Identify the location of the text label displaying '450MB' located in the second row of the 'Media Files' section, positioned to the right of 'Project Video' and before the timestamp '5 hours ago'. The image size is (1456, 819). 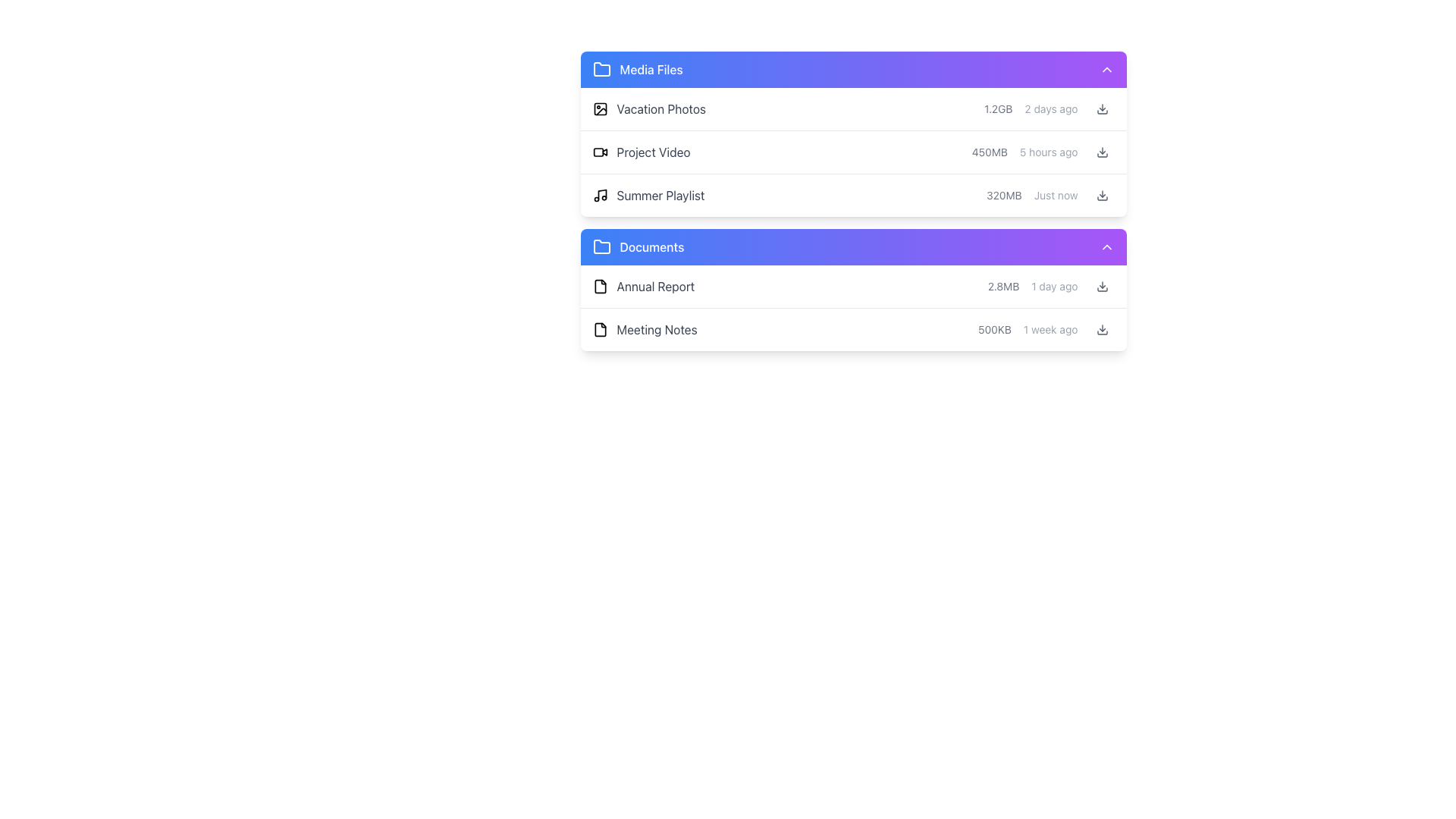
(990, 152).